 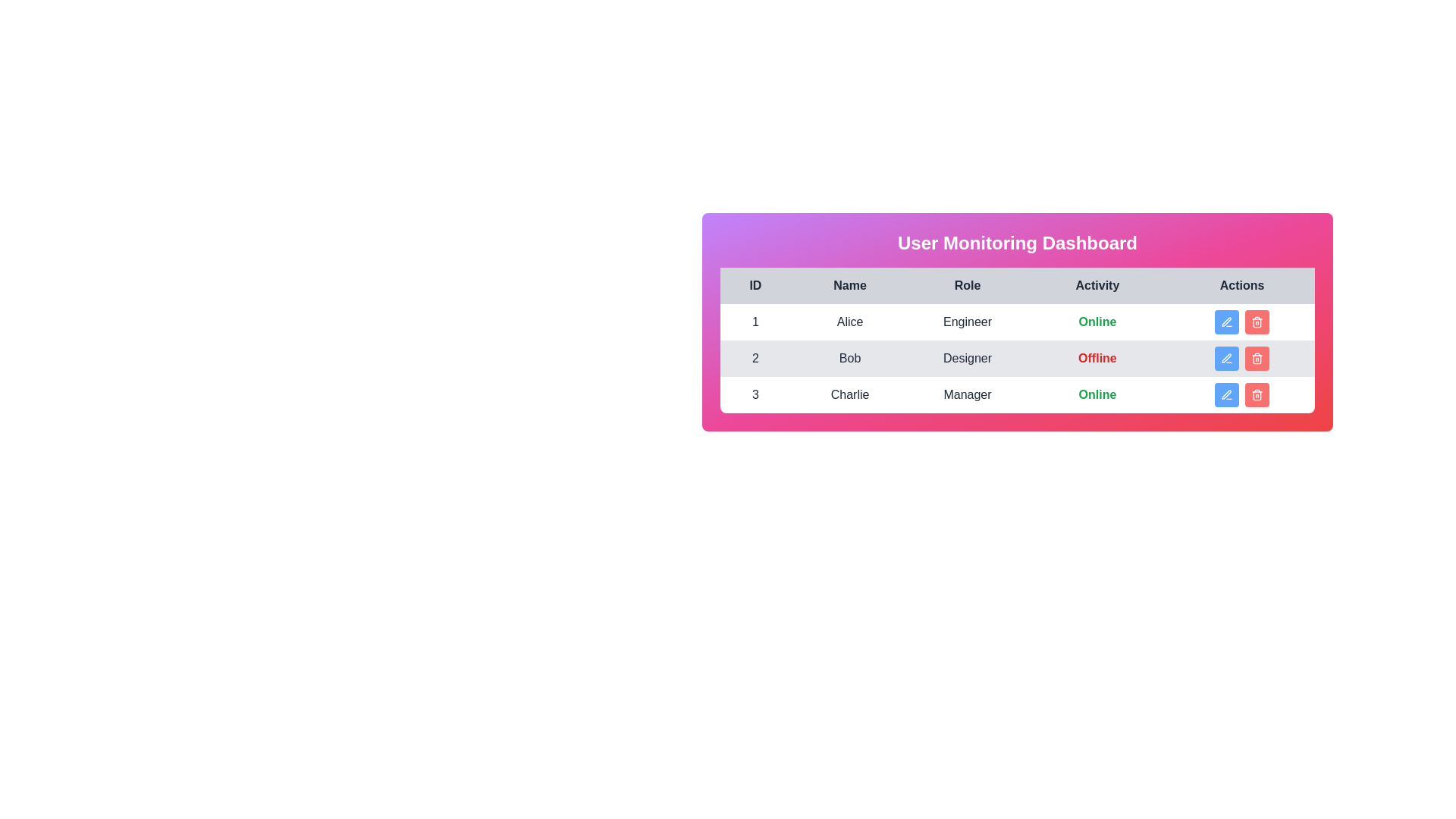 What do you see at coordinates (850, 321) in the screenshot?
I see `the user name Alice to select or edit their name` at bounding box center [850, 321].